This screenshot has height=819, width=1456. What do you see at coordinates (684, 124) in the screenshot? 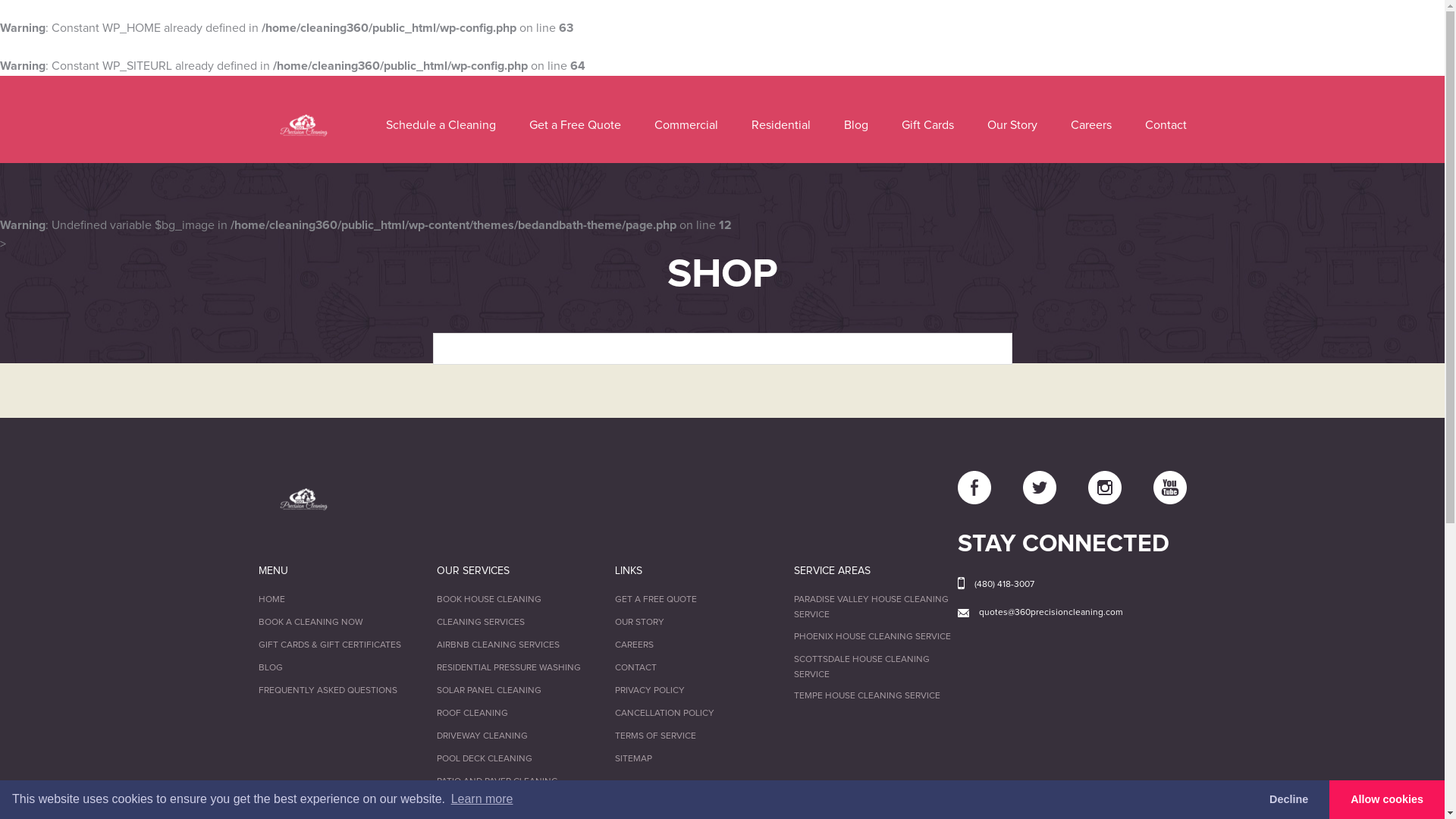
I see `'Commercial'` at bounding box center [684, 124].